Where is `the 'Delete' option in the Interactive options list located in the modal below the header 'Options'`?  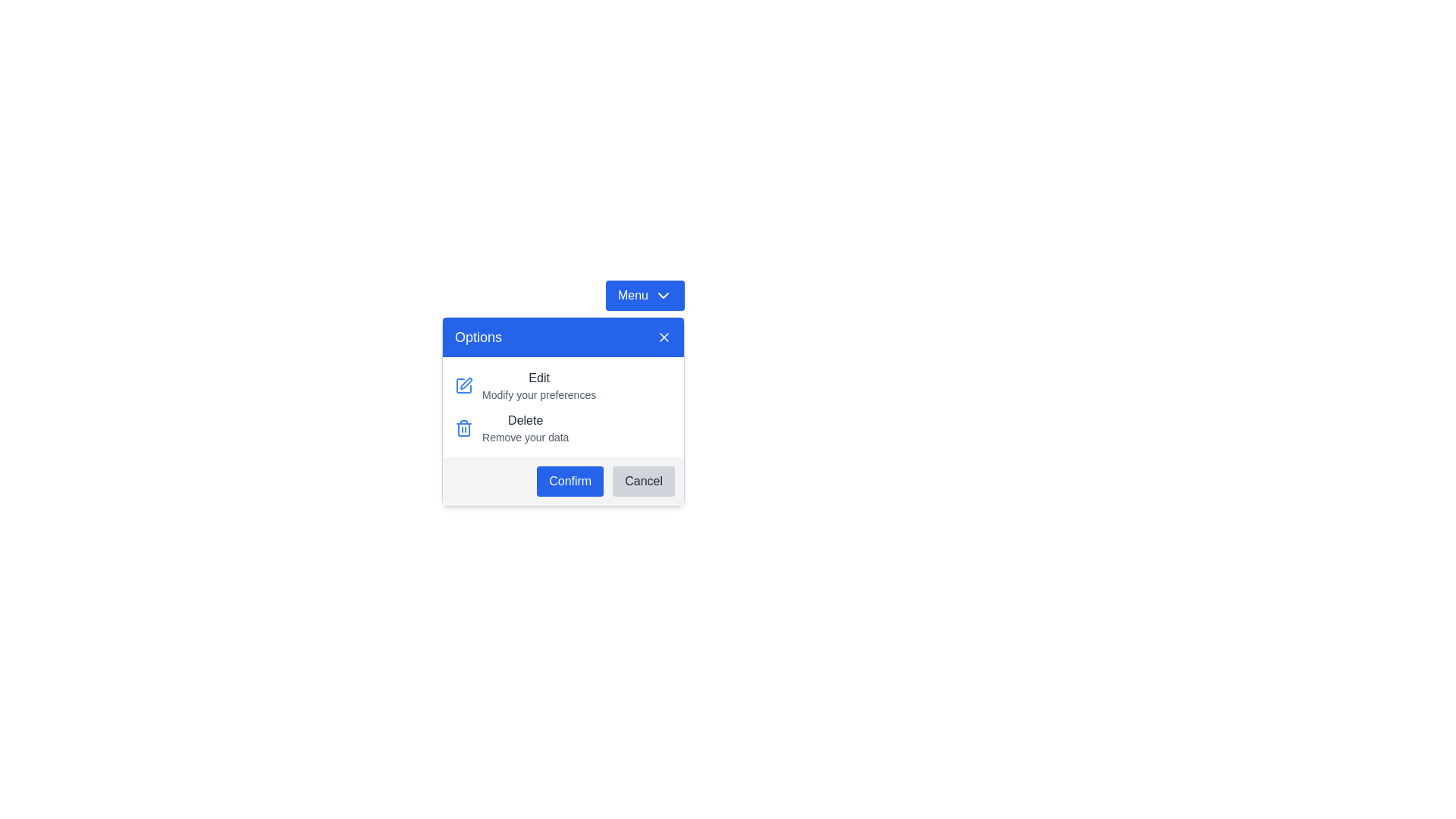
the 'Delete' option in the Interactive options list located in the modal below the header 'Options' is located at coordinates (563, 406).